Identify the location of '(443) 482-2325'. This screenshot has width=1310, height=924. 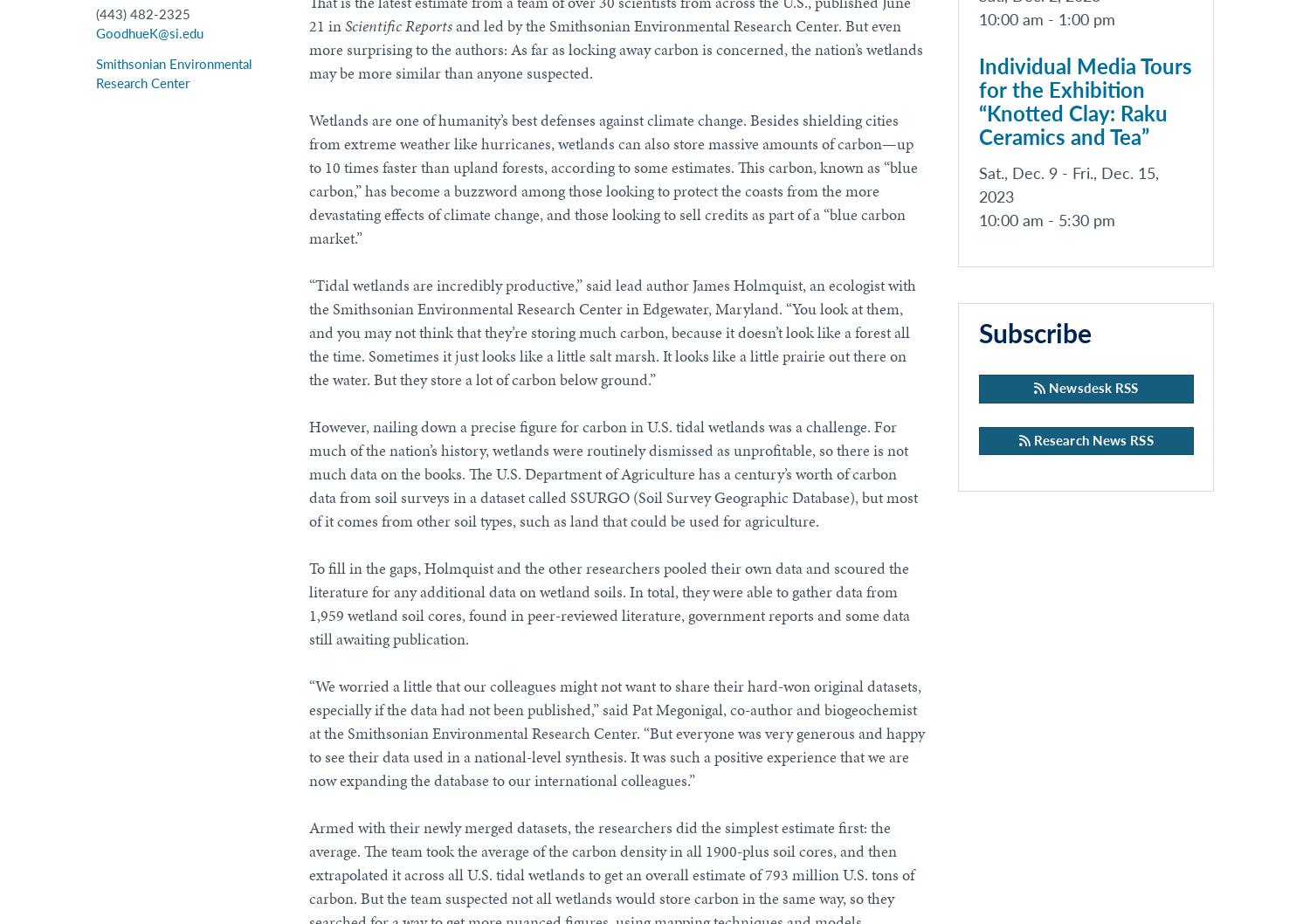
(142, 15).